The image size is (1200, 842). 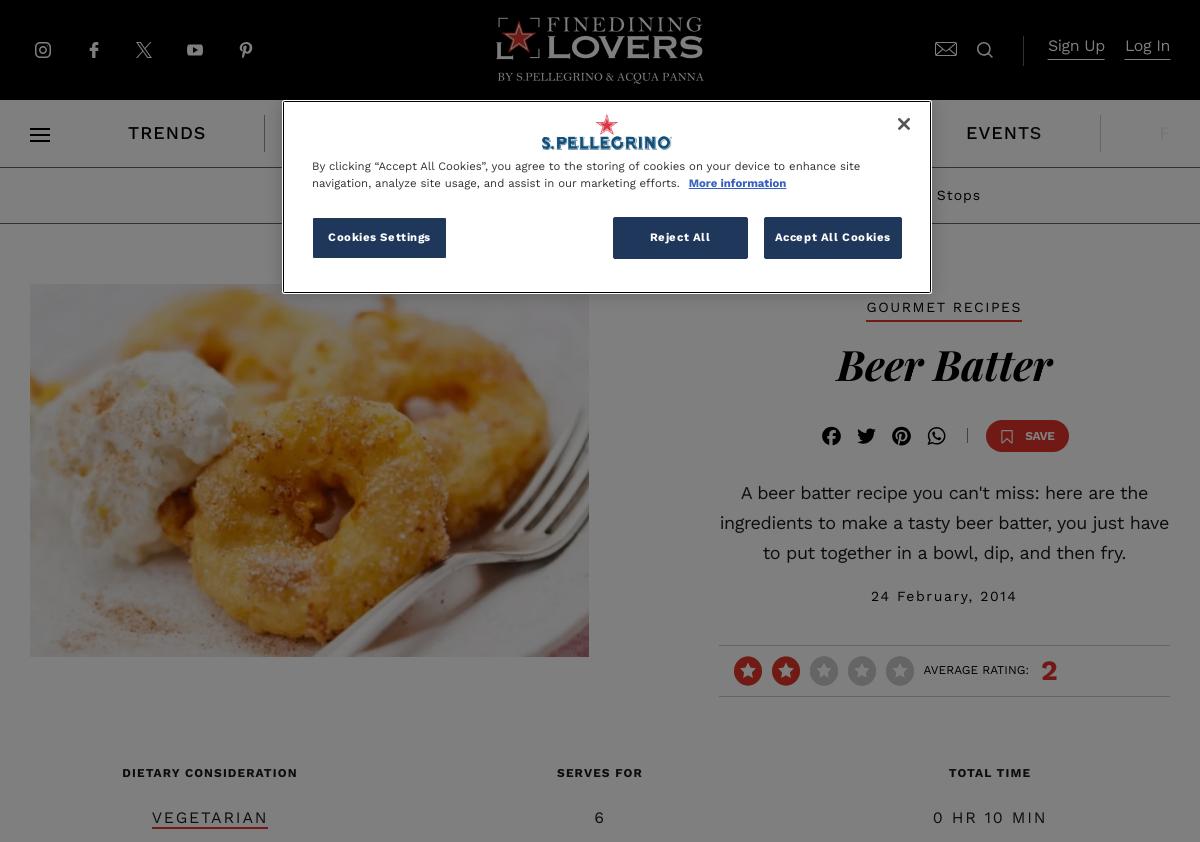 What do you see at coordinates (1011, 816) in the screenshot?
I see `'MIN'` at bounding box center [1011, 816].